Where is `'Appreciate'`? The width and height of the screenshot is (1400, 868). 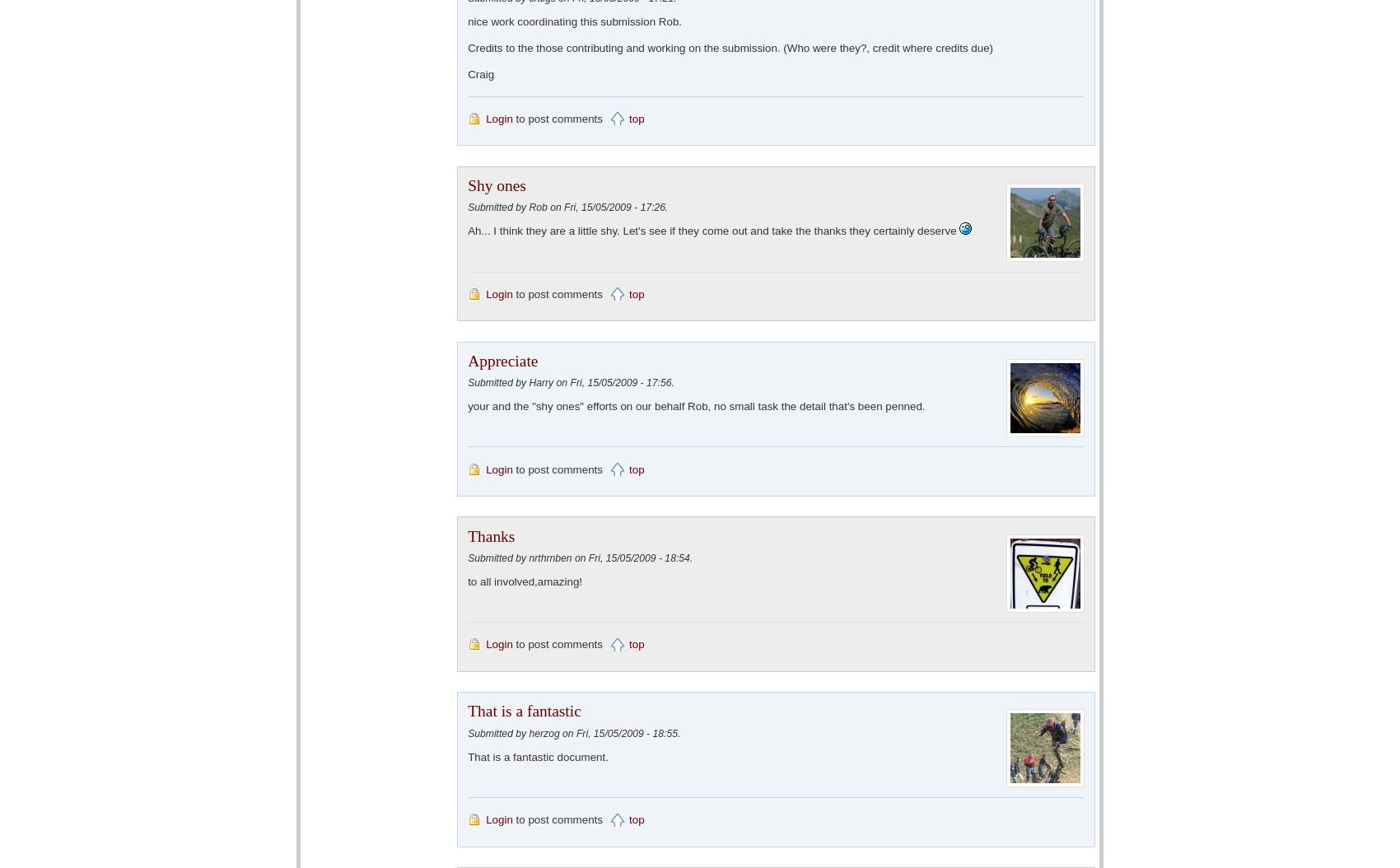
'Appreciate' is located at coordinates (466, 360).